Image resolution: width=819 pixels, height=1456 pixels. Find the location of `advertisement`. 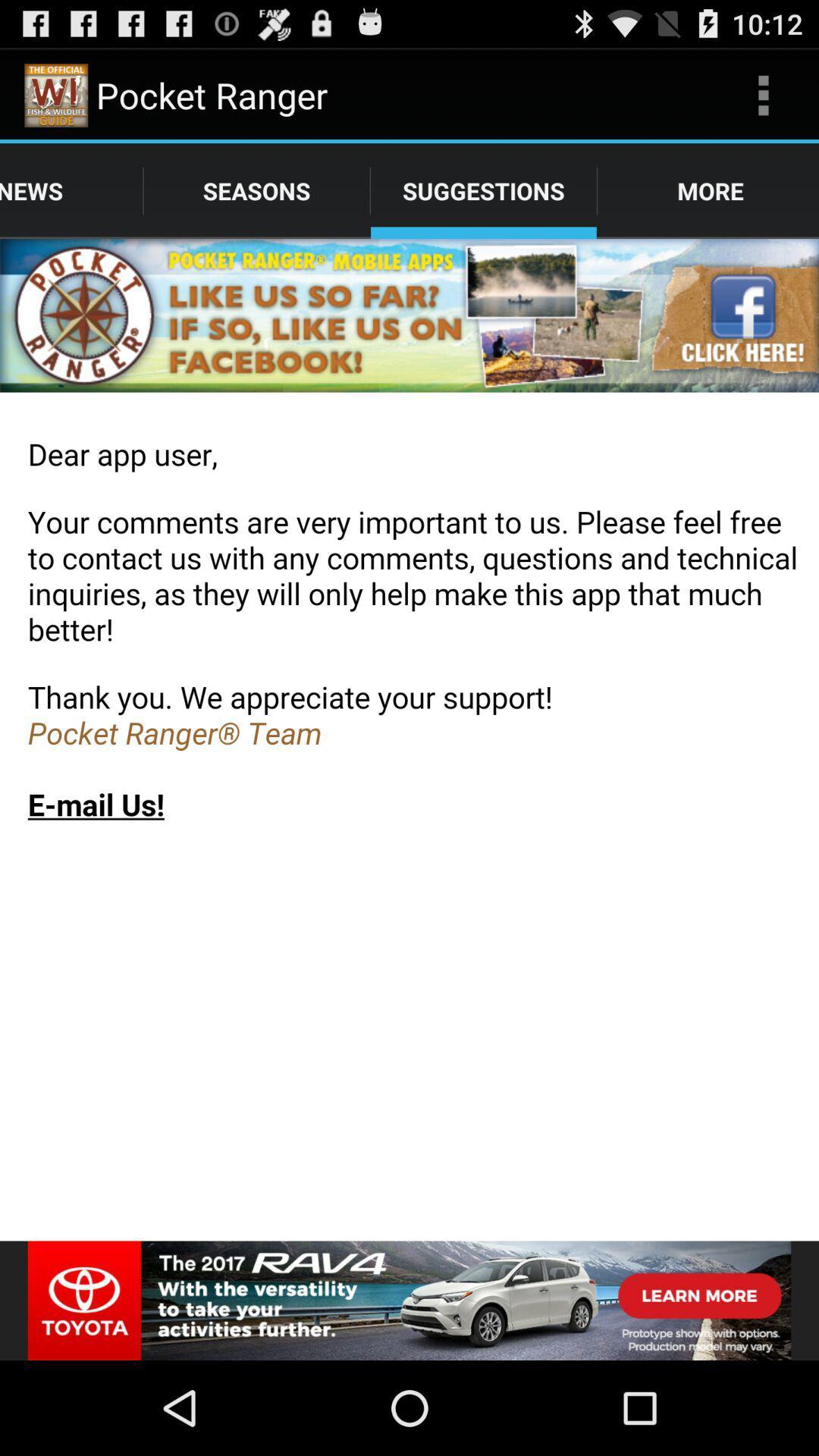

advertisement is located at coordinates (409, 1300).